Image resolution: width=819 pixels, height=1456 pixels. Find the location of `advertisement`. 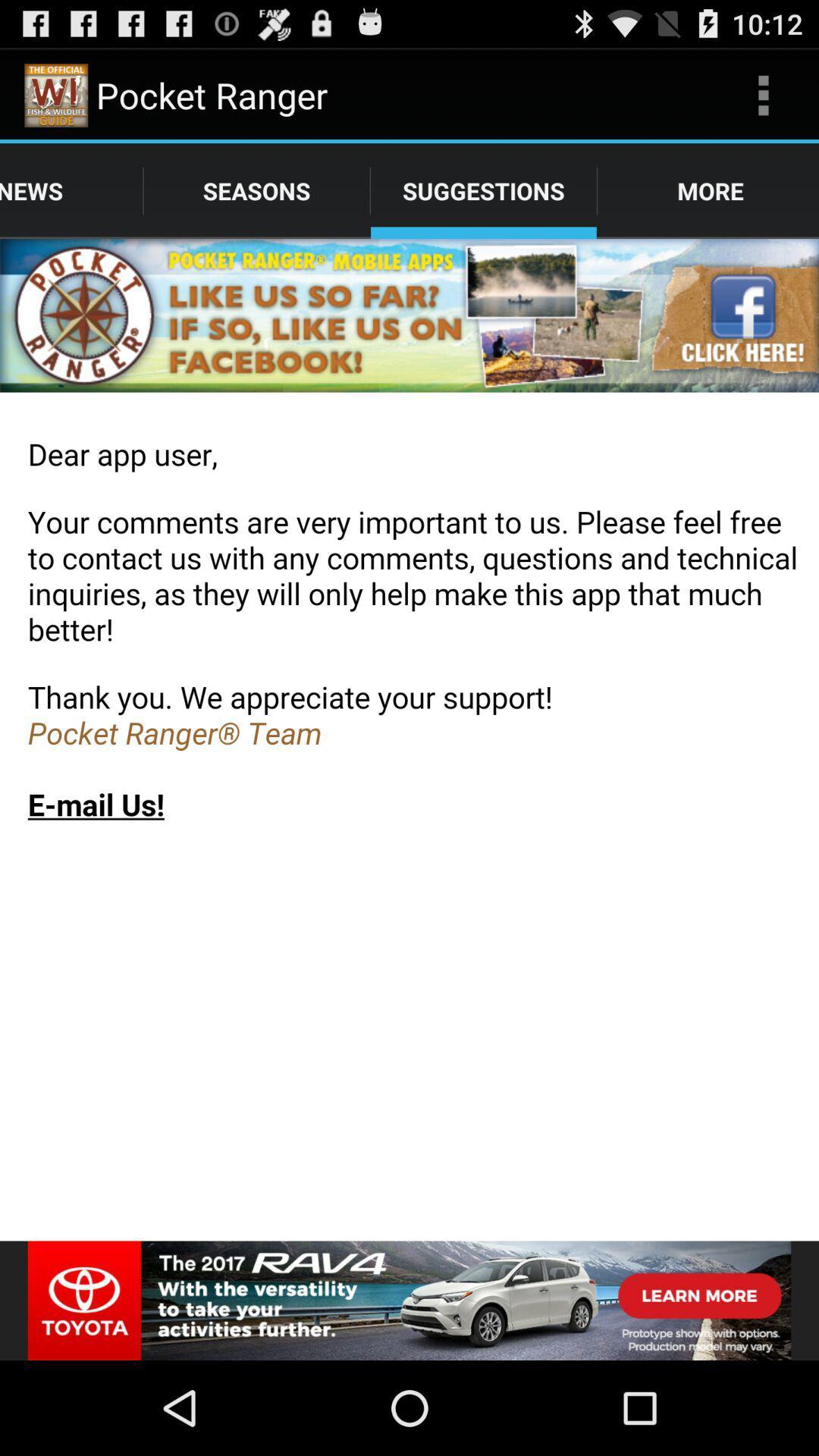

advertisement is located at coordinates (409, 1300).